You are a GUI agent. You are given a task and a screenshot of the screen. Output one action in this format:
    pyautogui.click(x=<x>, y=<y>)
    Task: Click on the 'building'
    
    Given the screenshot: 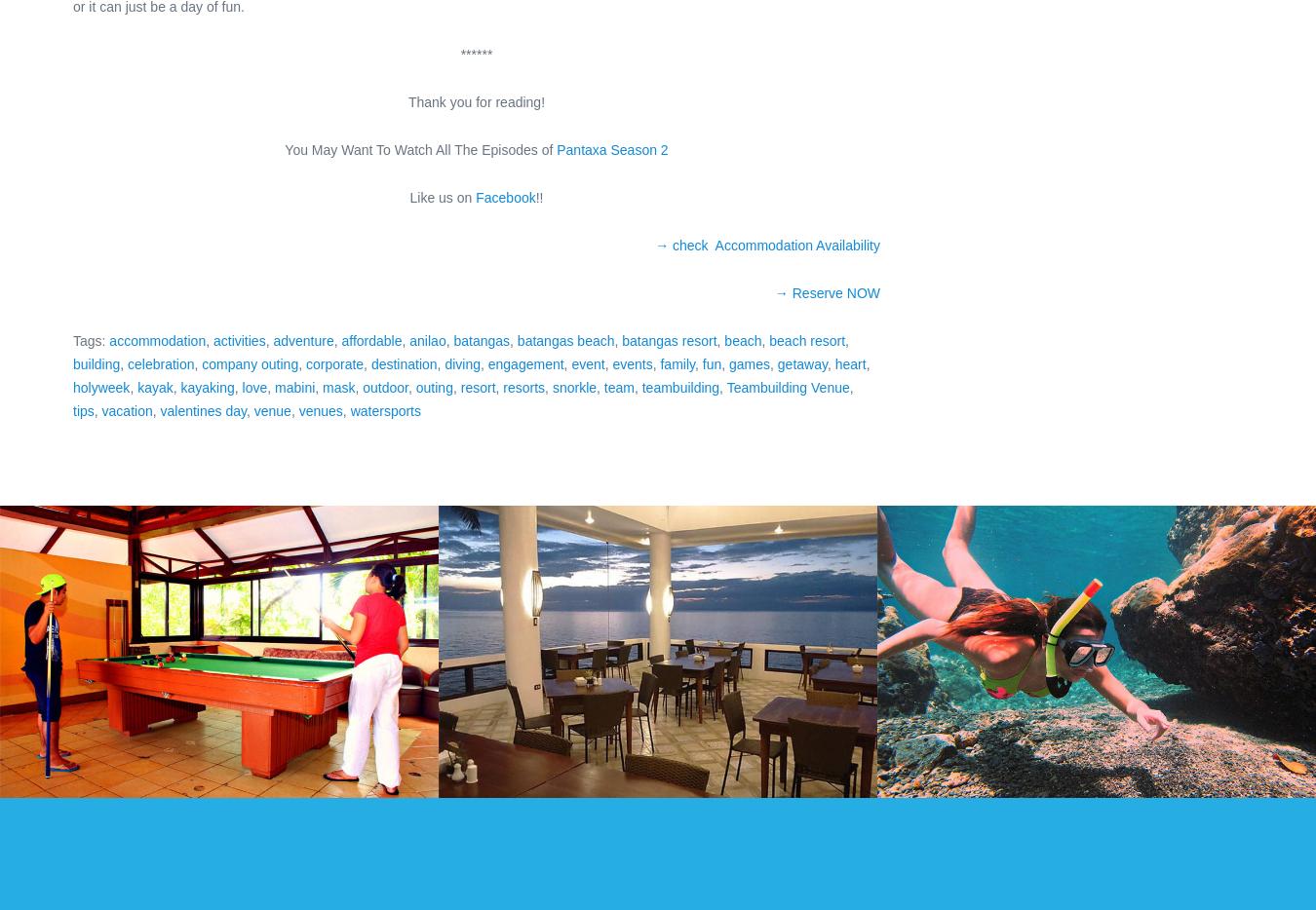 What is the action you would take?
    pyautogui.click(x=72, y=363)
    